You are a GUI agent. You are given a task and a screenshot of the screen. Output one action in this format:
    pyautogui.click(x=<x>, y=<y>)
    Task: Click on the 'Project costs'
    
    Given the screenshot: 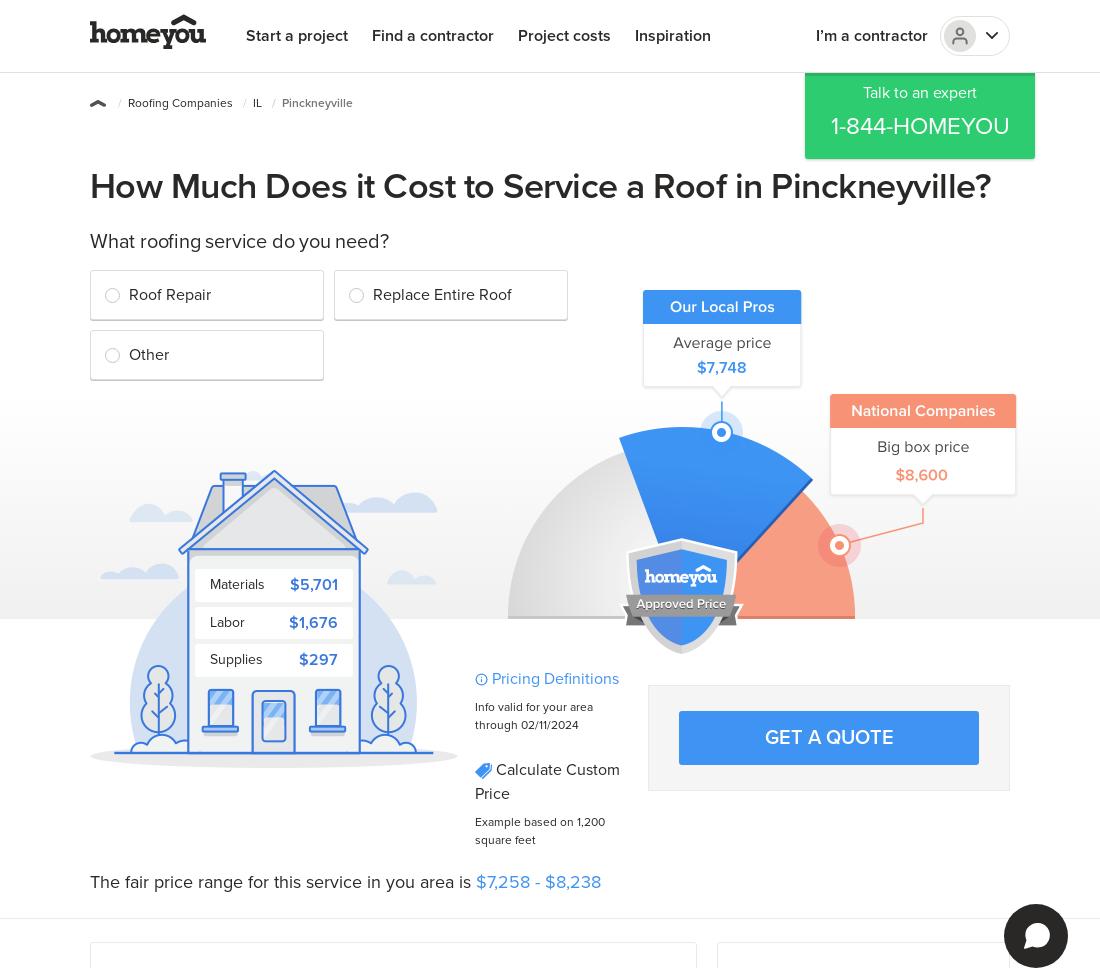 What is the action you would take?
    pyautogui.click(x=517, y=36)
    